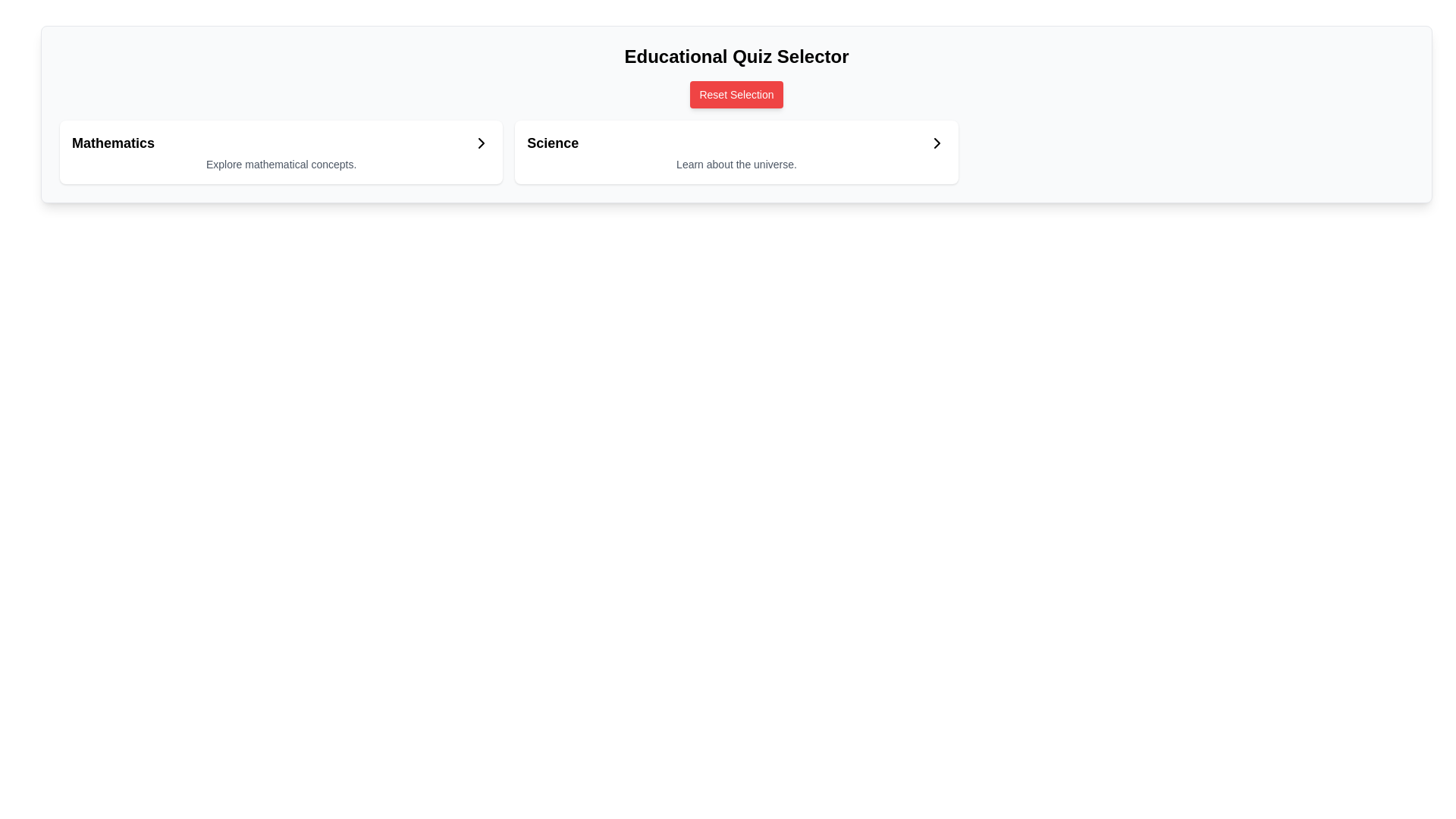 This screenshot has width=1456, height=819. What do you see at coordinates (936, 143) in the screenshot?
I see `the chevron icon located at the right edge of the 'Science' card, which serves as a visual indicator for navigation or actions` at bounding box center [936, 143].